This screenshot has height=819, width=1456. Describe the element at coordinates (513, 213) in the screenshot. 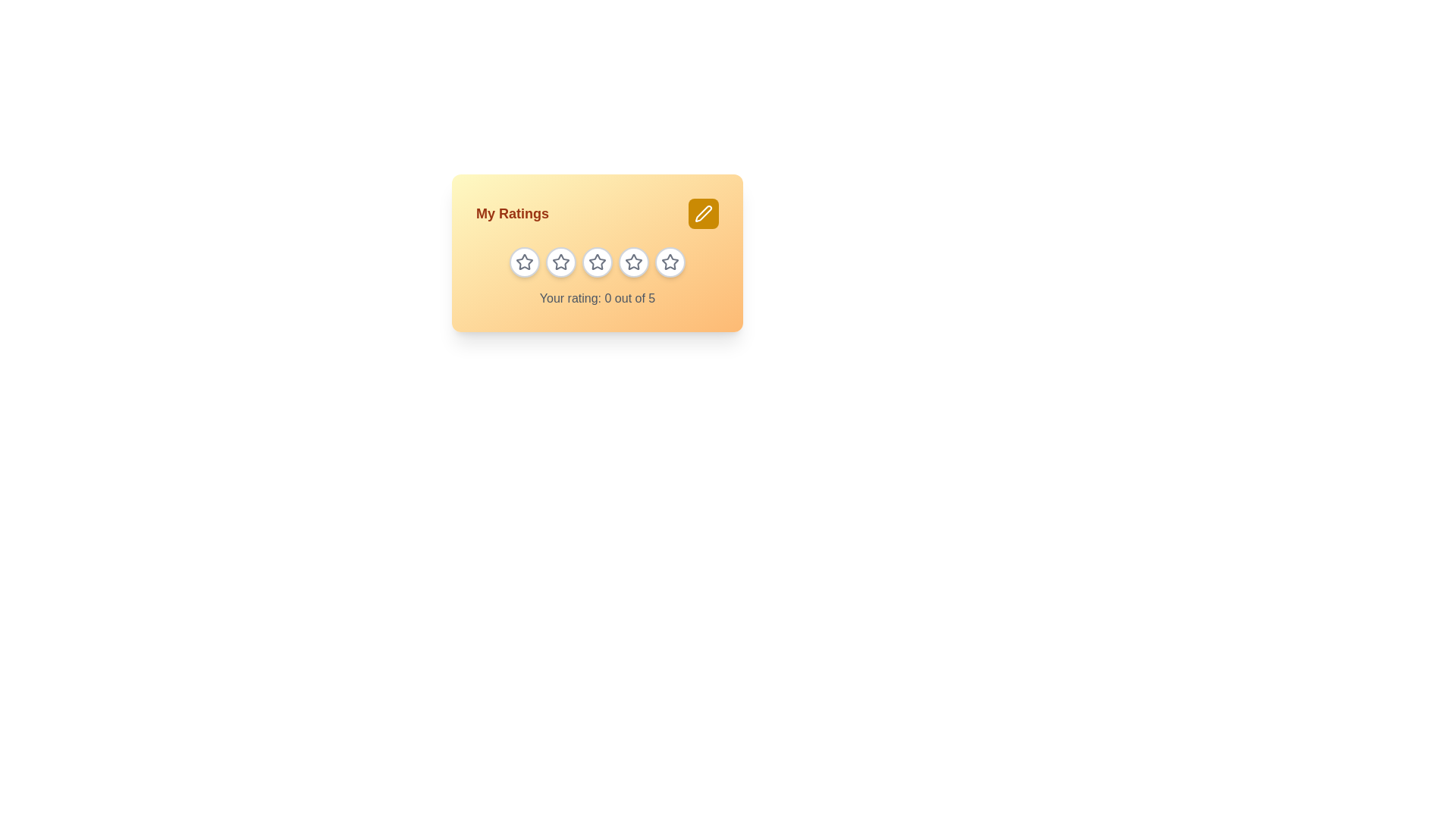

I see `the text label displaying 'My Ratings' in bold, deep orange font, located near the top-left corner above the star icons` at that location.